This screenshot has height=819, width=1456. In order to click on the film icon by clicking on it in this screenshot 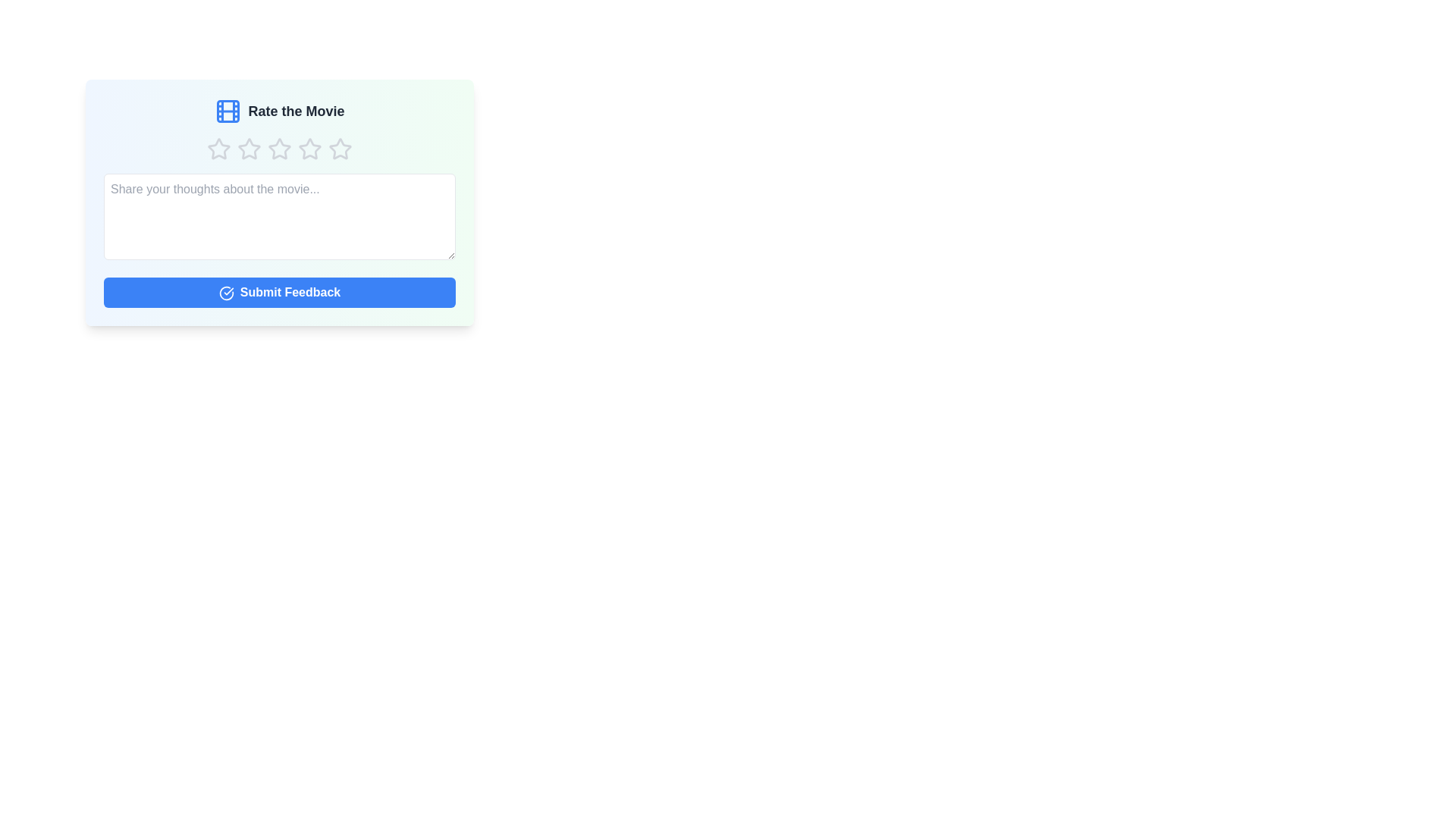, I will do `click(227, 110)`.